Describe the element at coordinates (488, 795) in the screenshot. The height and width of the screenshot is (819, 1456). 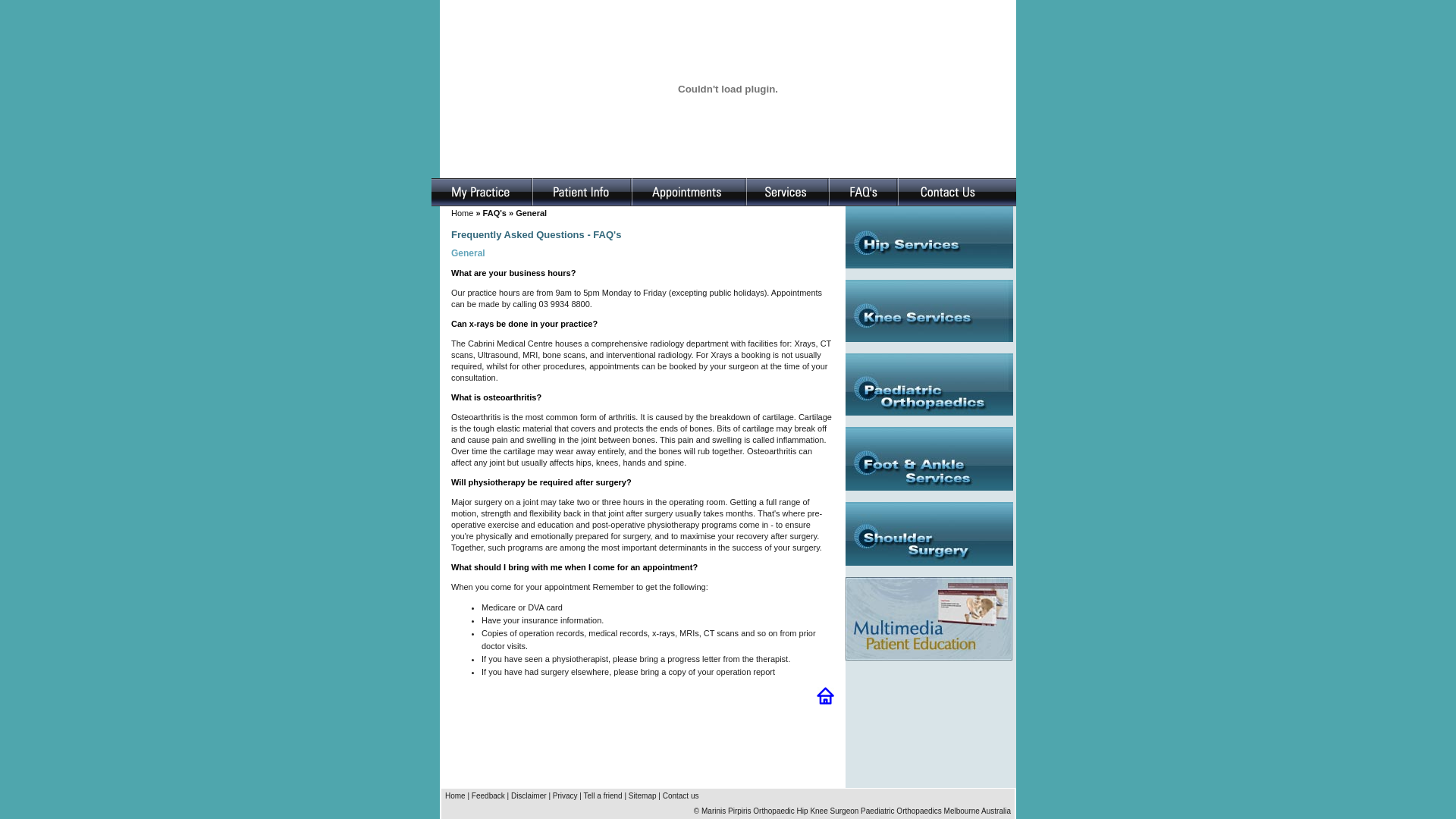
I see `'Feedback'` at that location.